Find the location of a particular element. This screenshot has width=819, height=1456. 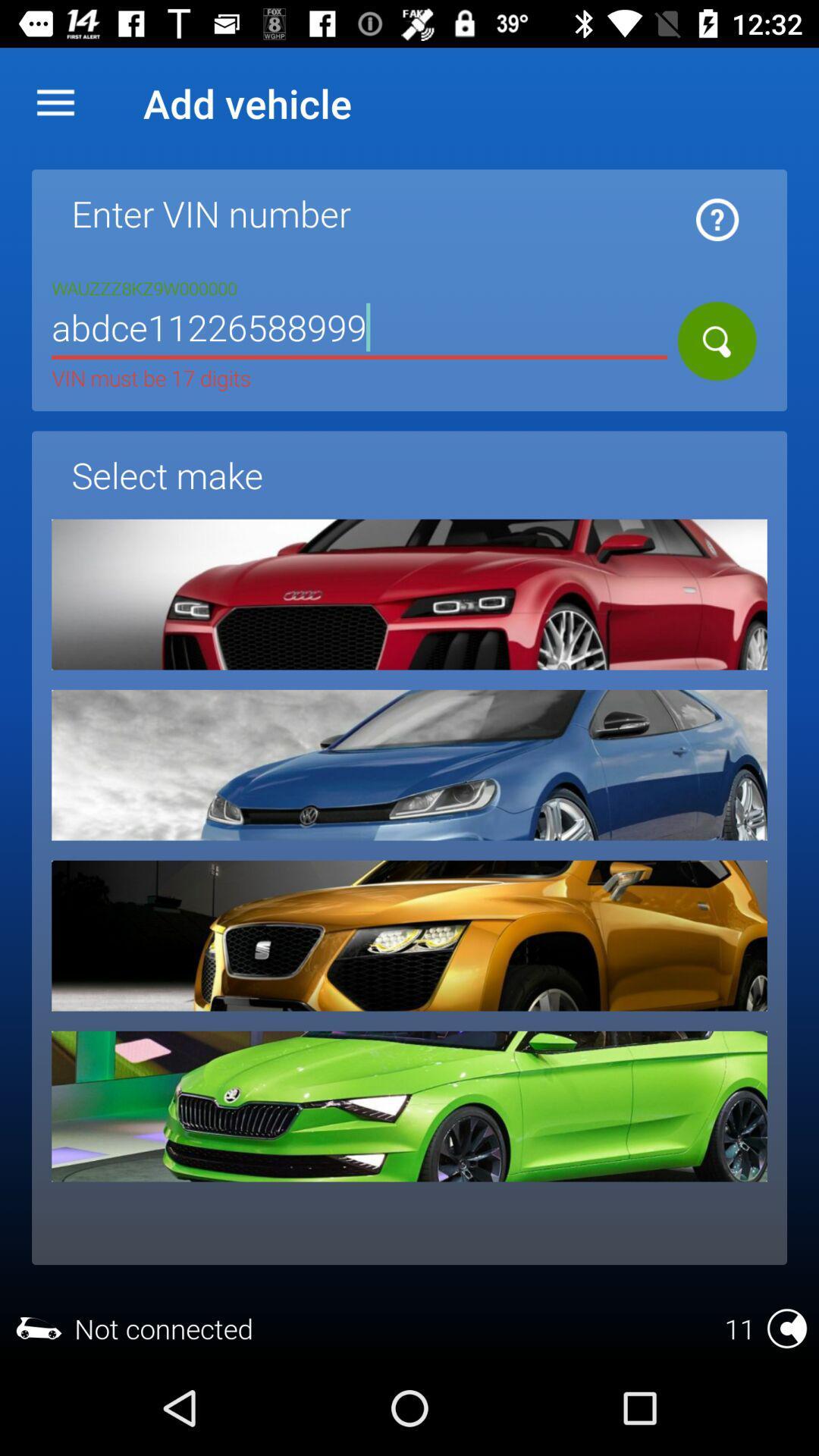

make of car is located at coordinates (409, 594).